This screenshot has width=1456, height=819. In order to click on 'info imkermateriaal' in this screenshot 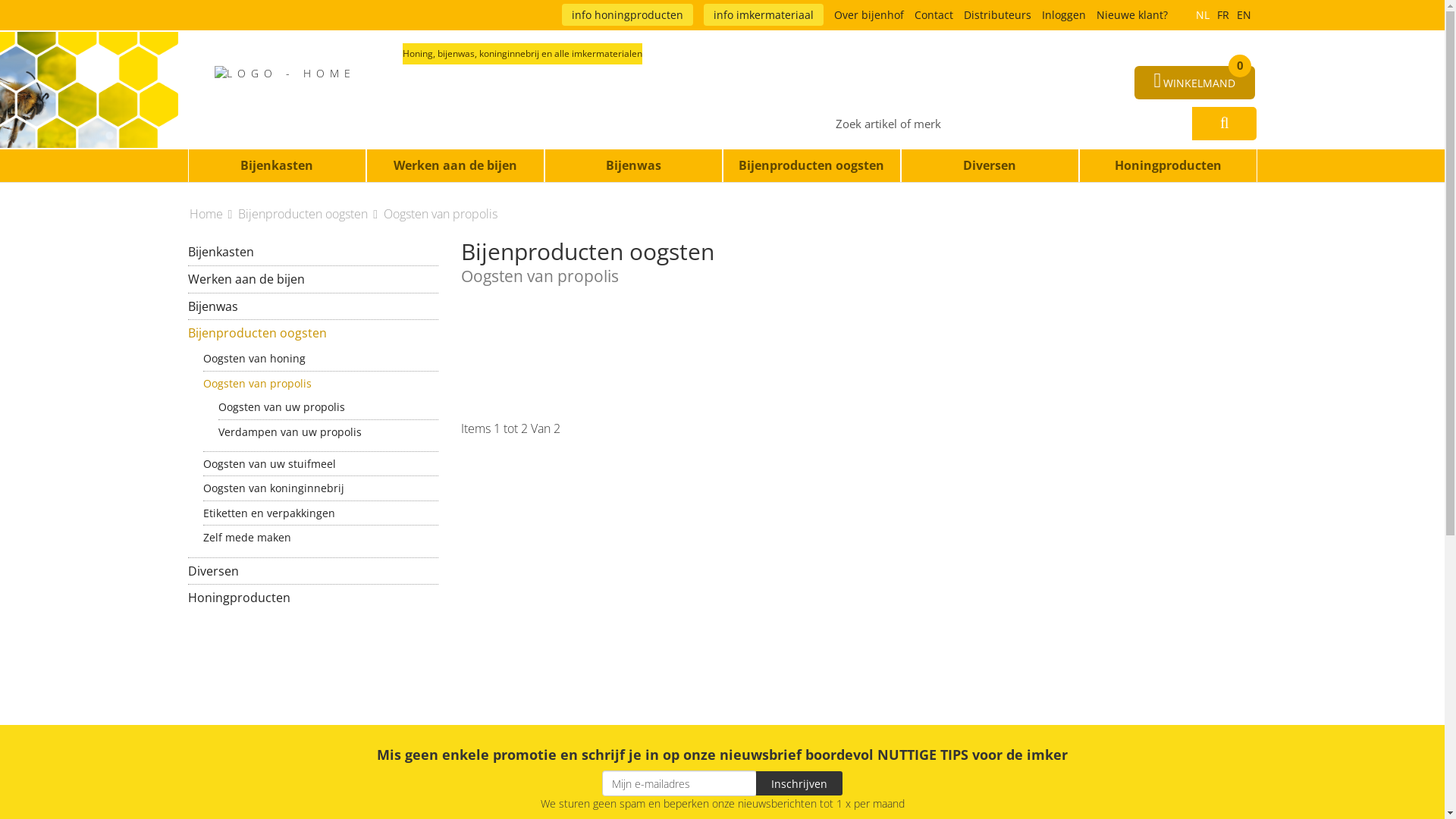, I will do `click(764, 14)`.